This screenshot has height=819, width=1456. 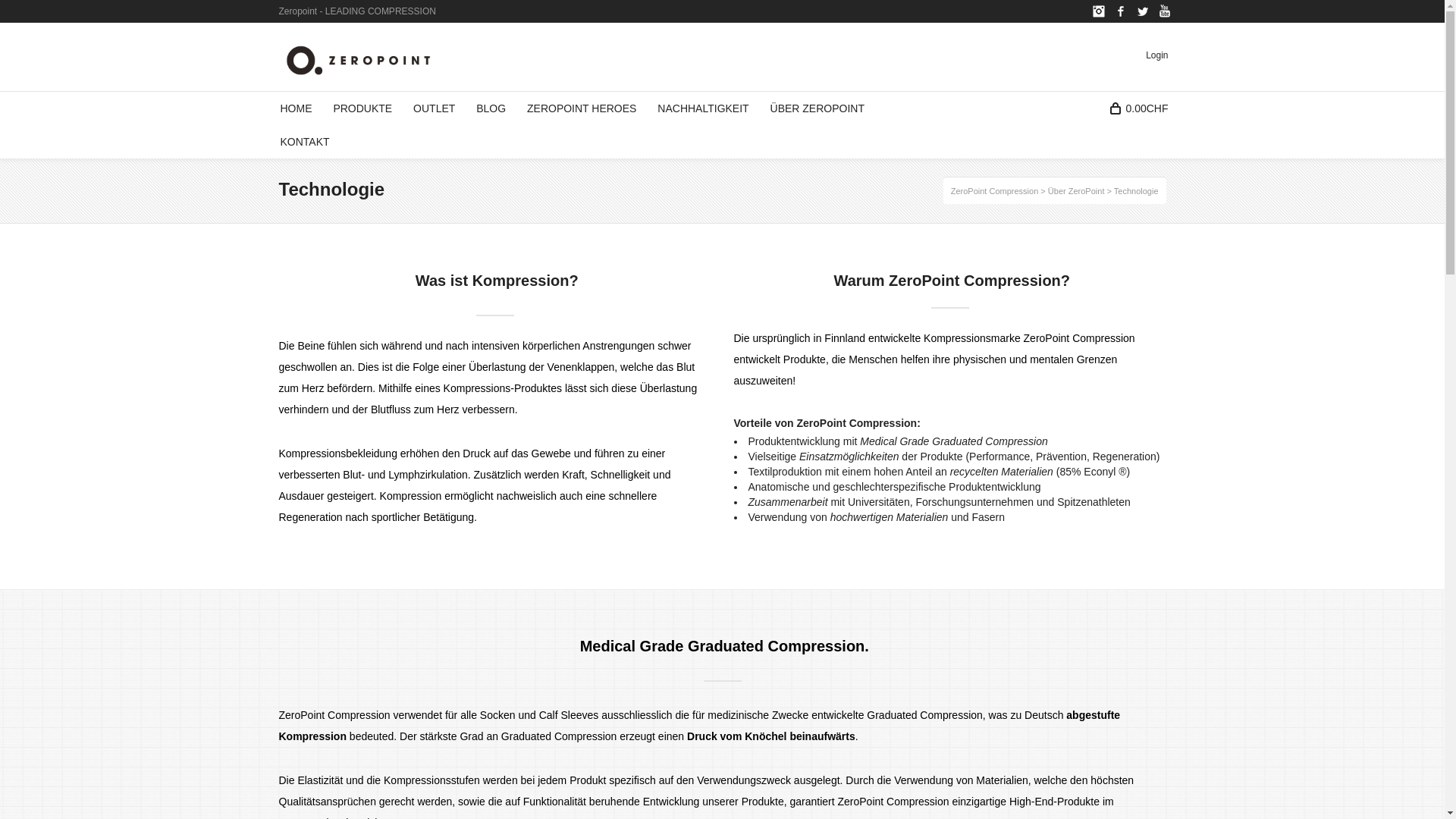 What do you see at coordinates (296, 107) in the screenshot?
I see `'HOME'` at bounding box center [296, 107].